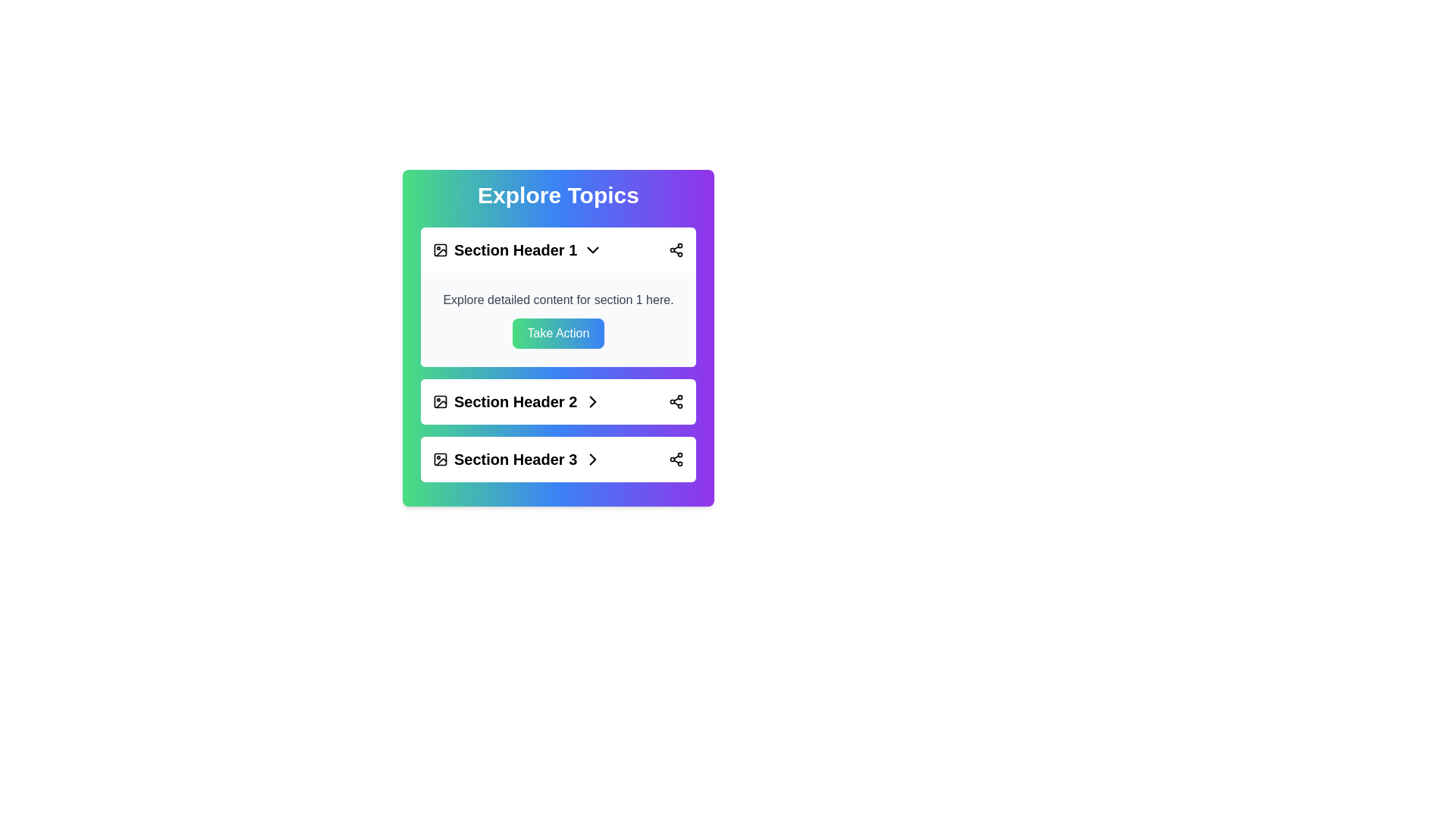  What do you see at coordinates (439, 249) in the screenshot?
I see `the tooltip associated with the SVG rectangle icon located at the top left of 'Section Header 1' in the vertical list` at bounding box center [439, 249].